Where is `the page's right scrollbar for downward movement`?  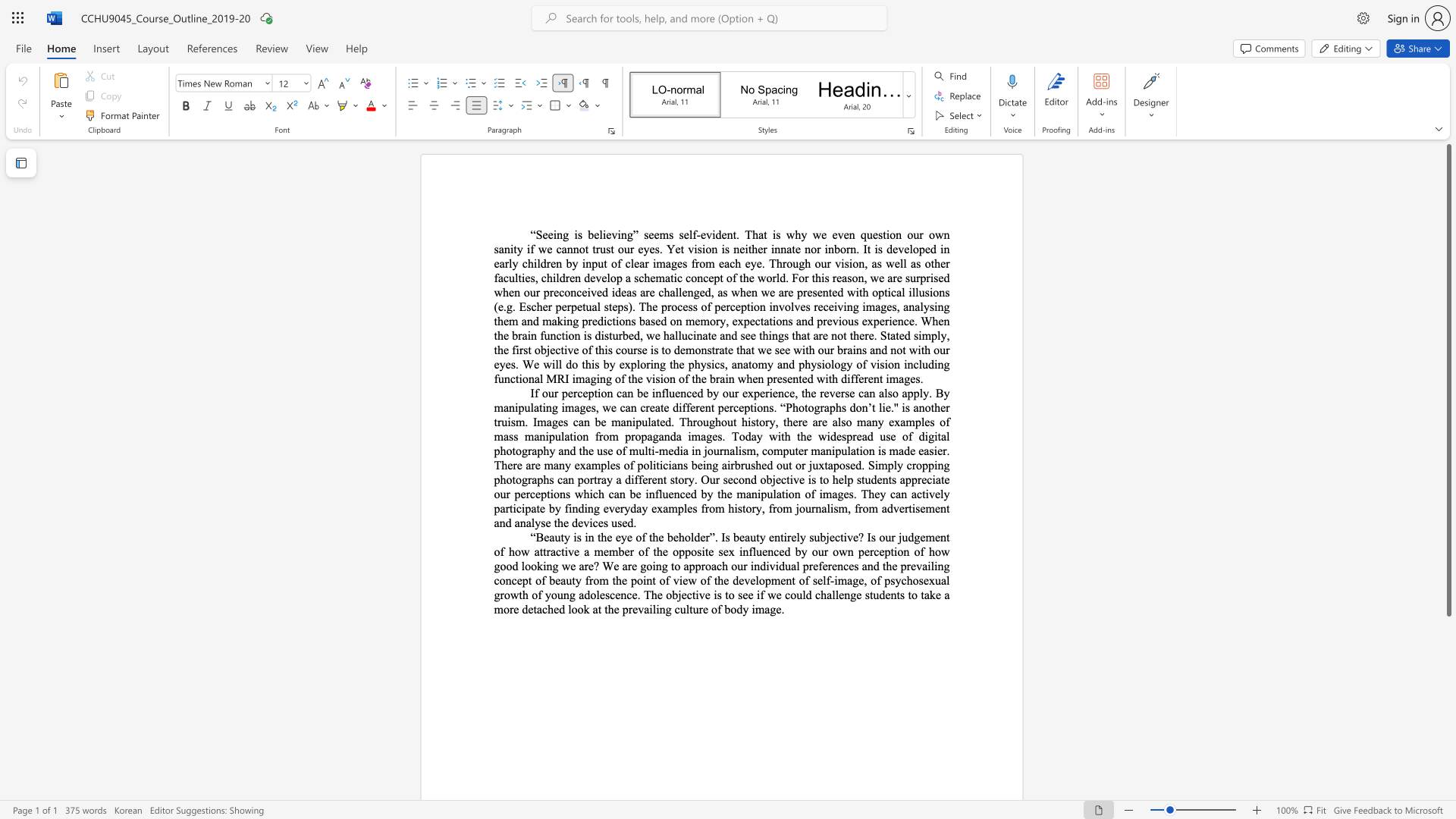
the page's right scrollbar for downward movement is located at coordinates (1448, 637).